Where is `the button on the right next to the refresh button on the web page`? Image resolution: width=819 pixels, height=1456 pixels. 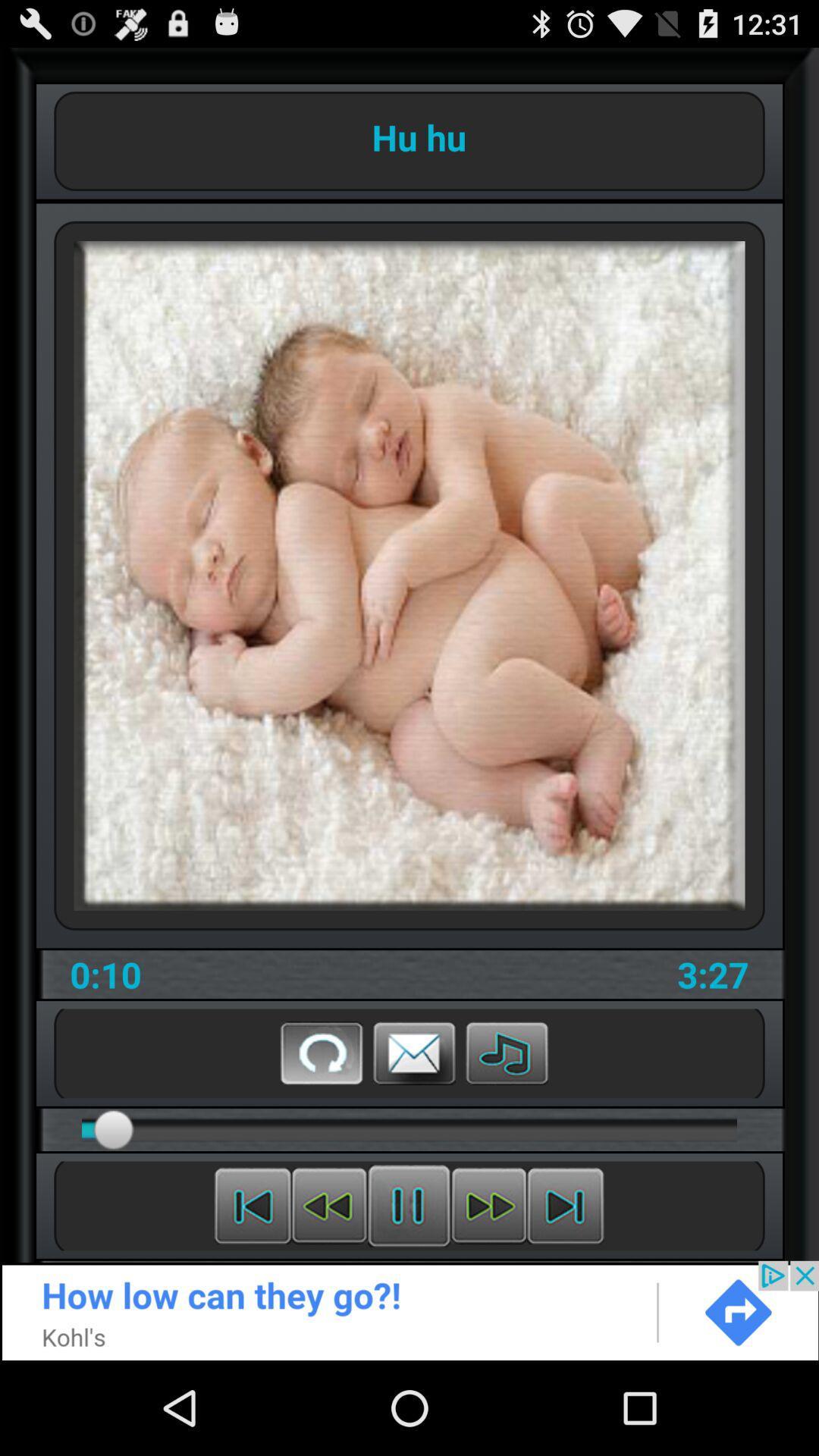
the button on the right next to the refresh button on the web page is located at coordinates (414, 1052).